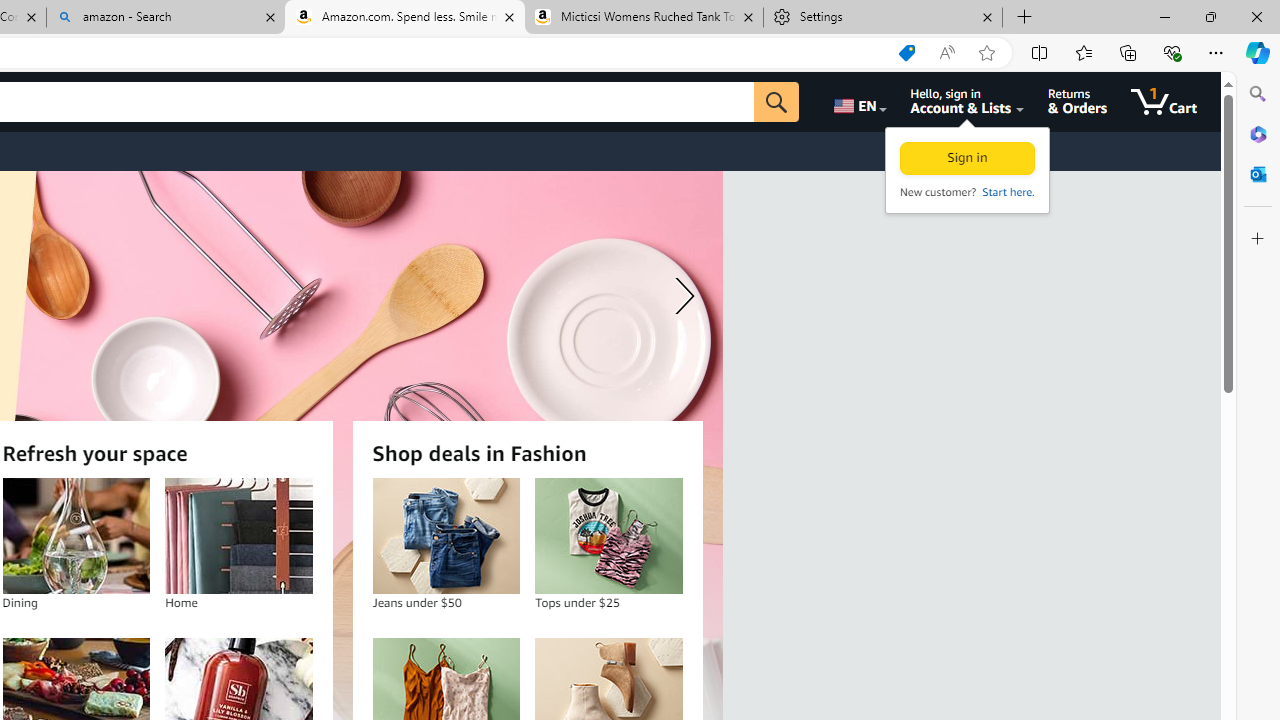 The height and width of the screenshot is (720, 1280). What do you see at coordinates (607, 535) in the screenshot?
I see `'Tops under $25'` at bounding box center [607, 535].